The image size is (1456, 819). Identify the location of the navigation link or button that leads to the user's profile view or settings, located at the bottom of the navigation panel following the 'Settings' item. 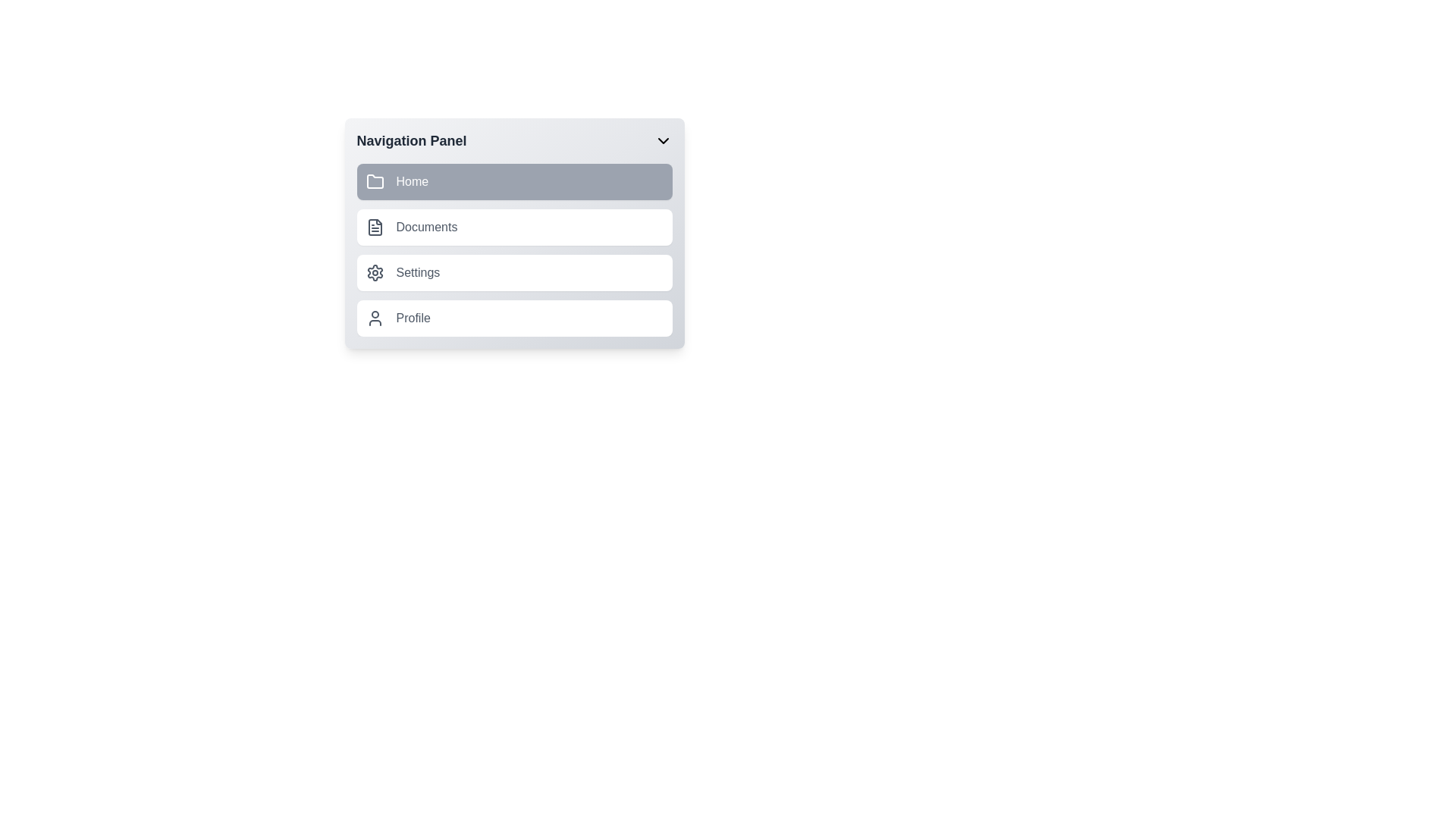
(514, 318).